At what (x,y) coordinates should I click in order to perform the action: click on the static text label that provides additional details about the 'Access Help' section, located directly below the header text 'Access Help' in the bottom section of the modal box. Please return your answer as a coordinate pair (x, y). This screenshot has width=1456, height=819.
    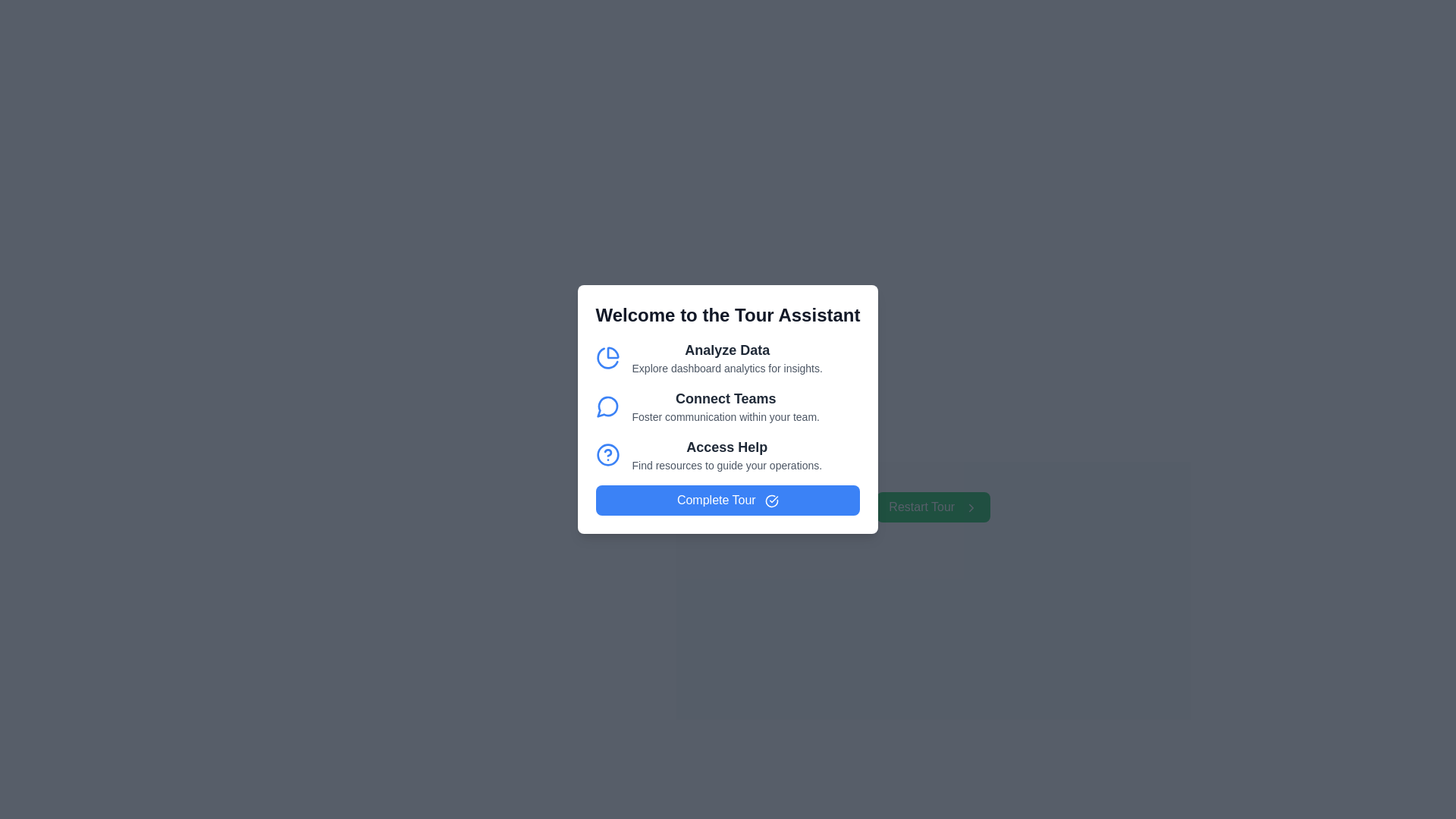
    Looking at the image, I should click on (726, 464).